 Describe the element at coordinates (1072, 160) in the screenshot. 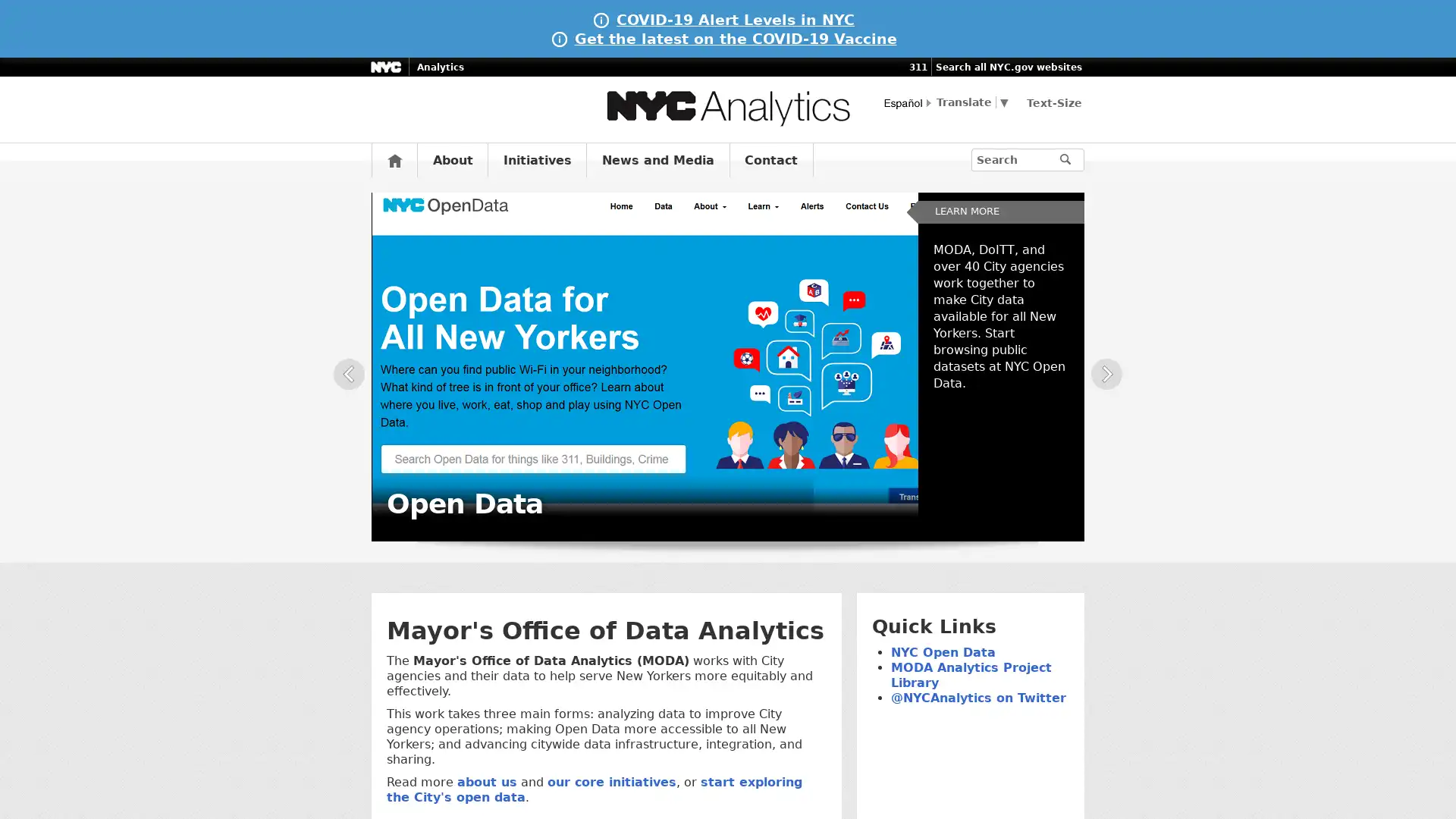

I see `submit` at that location.